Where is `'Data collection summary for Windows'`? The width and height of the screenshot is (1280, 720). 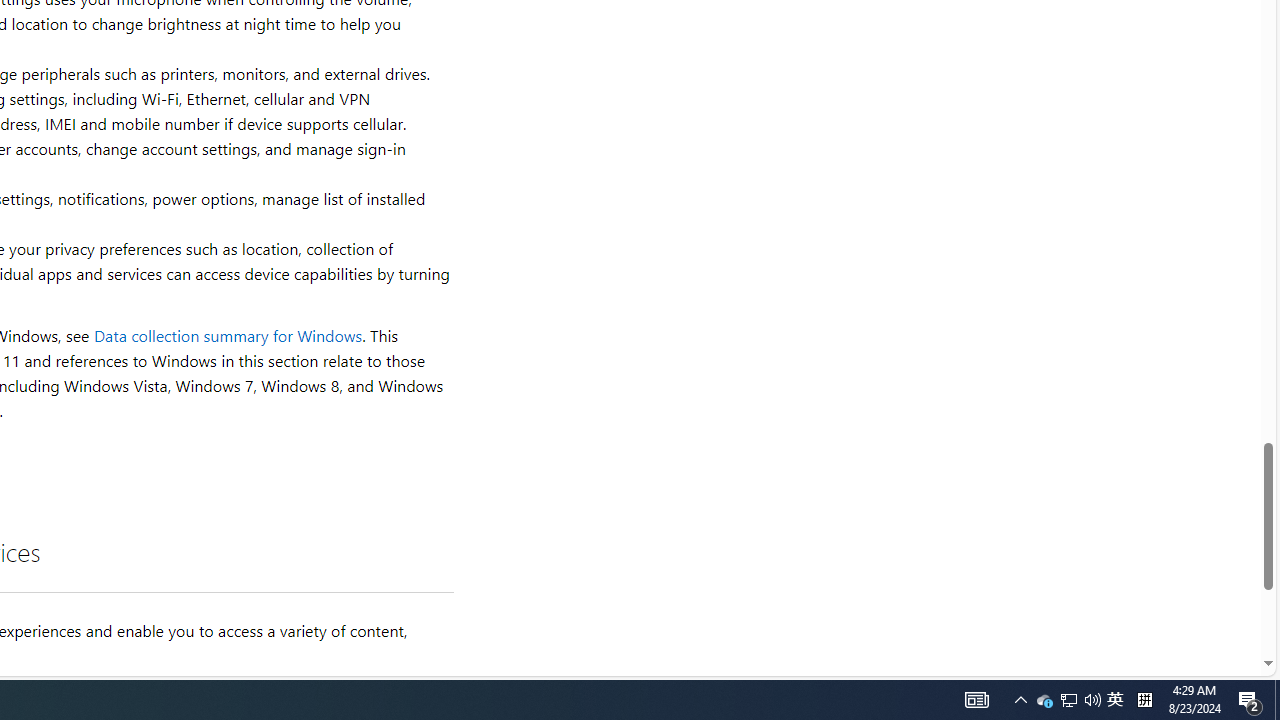
'Data collection summary for Windows' is located at coordinates (228, 334).